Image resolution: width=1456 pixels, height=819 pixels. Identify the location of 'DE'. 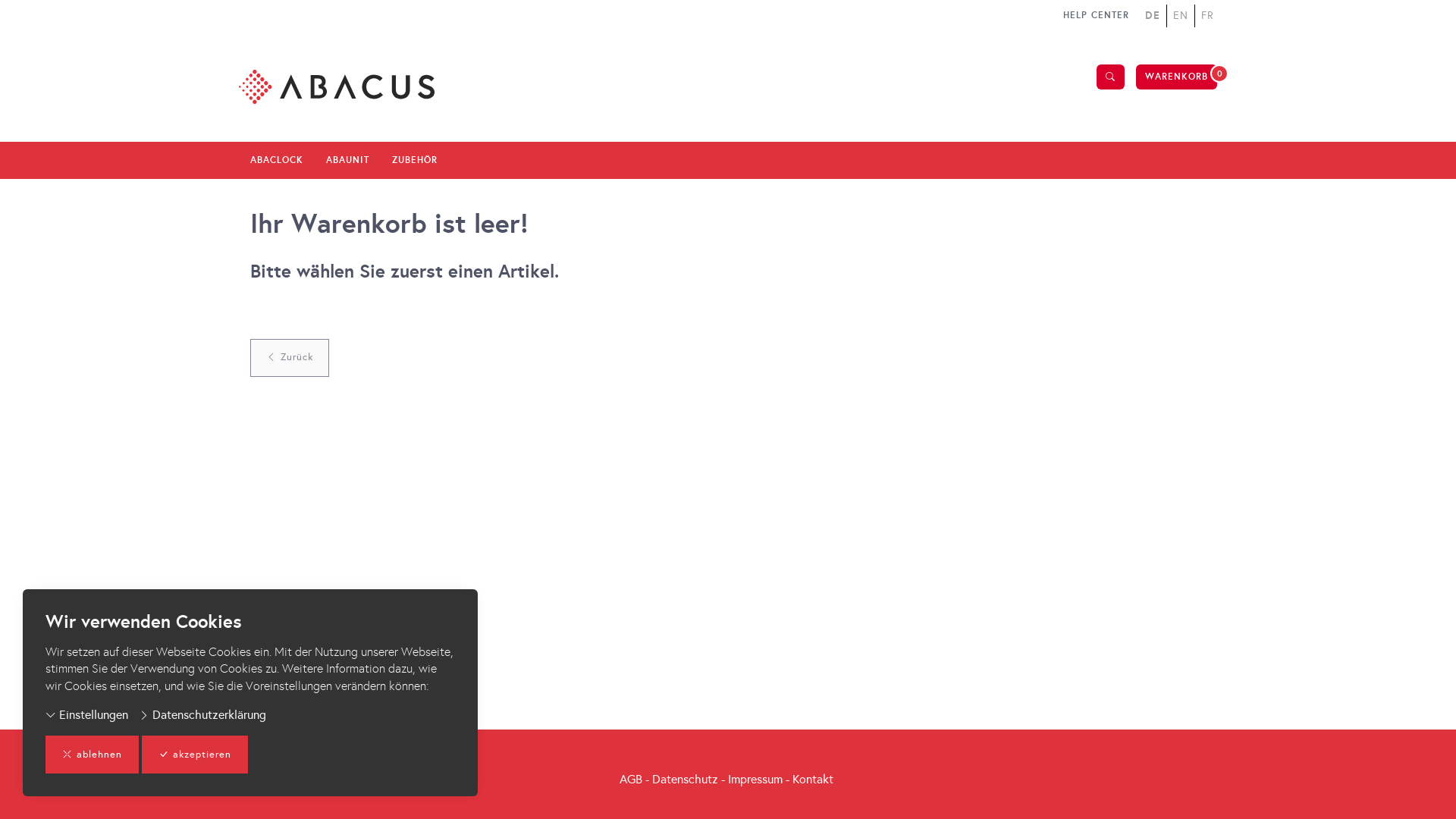
(1153, 14).